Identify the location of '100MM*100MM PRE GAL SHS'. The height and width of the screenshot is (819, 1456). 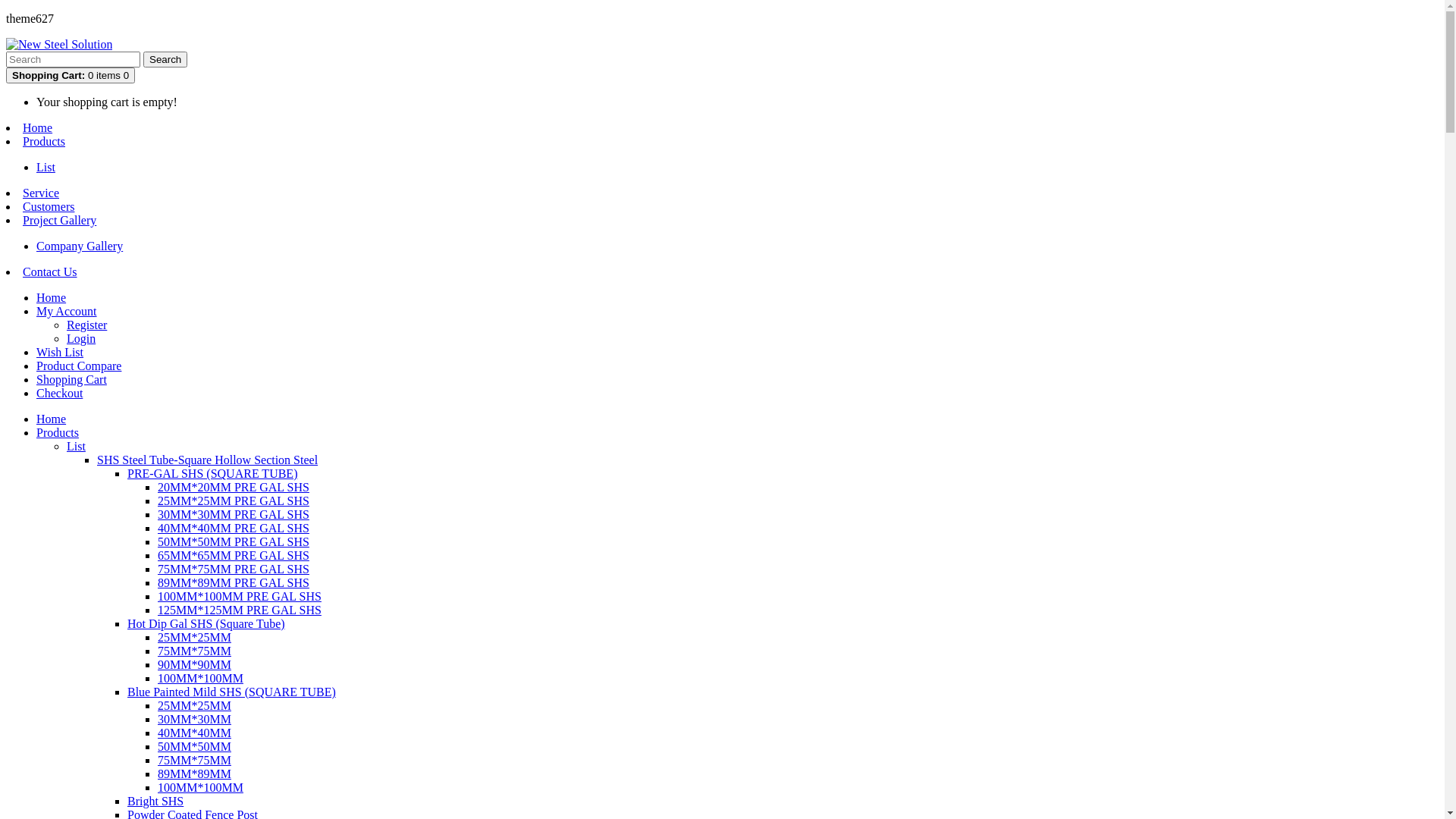
(239, 595).